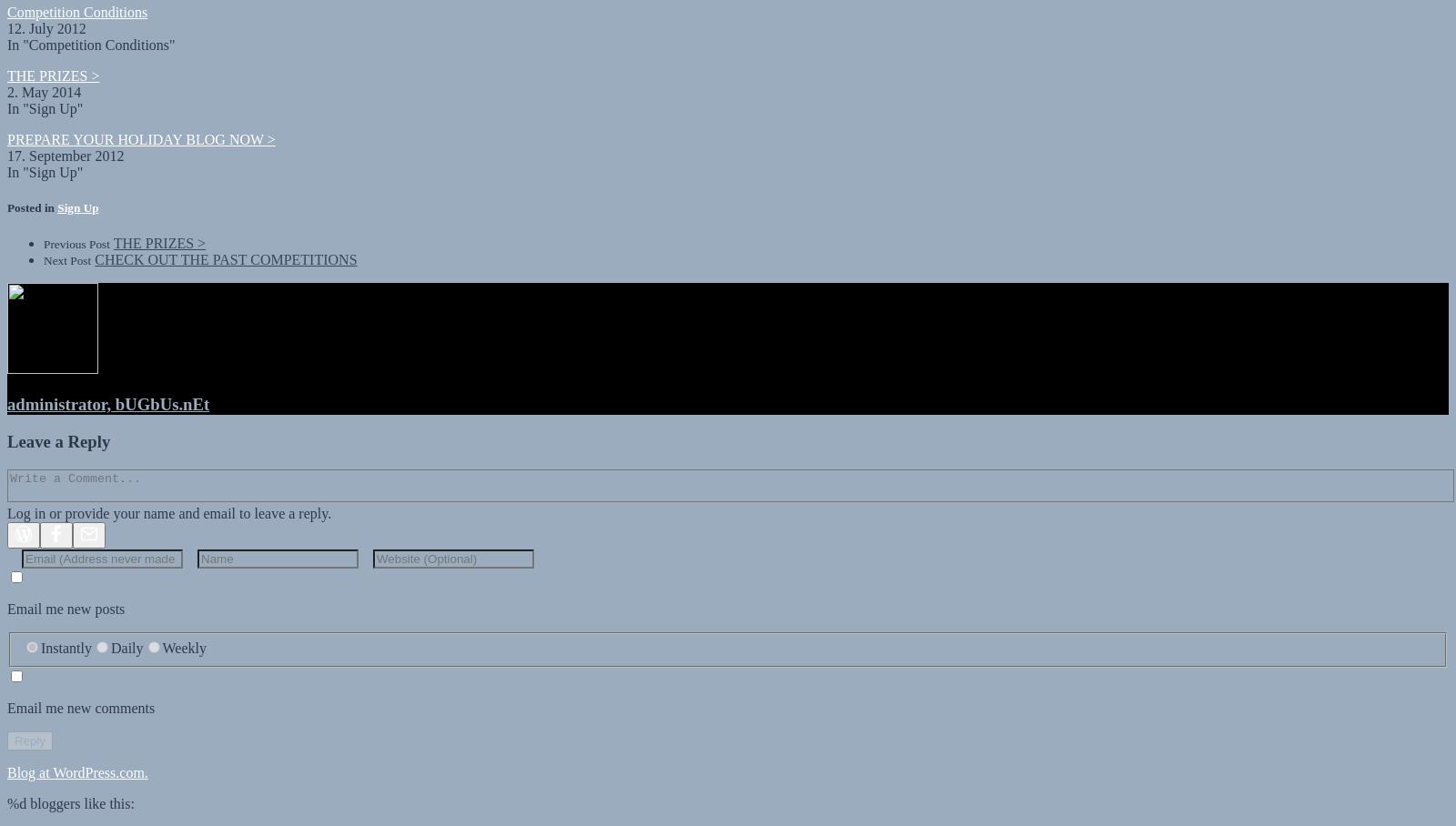 This screenshot has height=826, width=1456. I want to click on 'bloggers like this:', so click(25, 786).